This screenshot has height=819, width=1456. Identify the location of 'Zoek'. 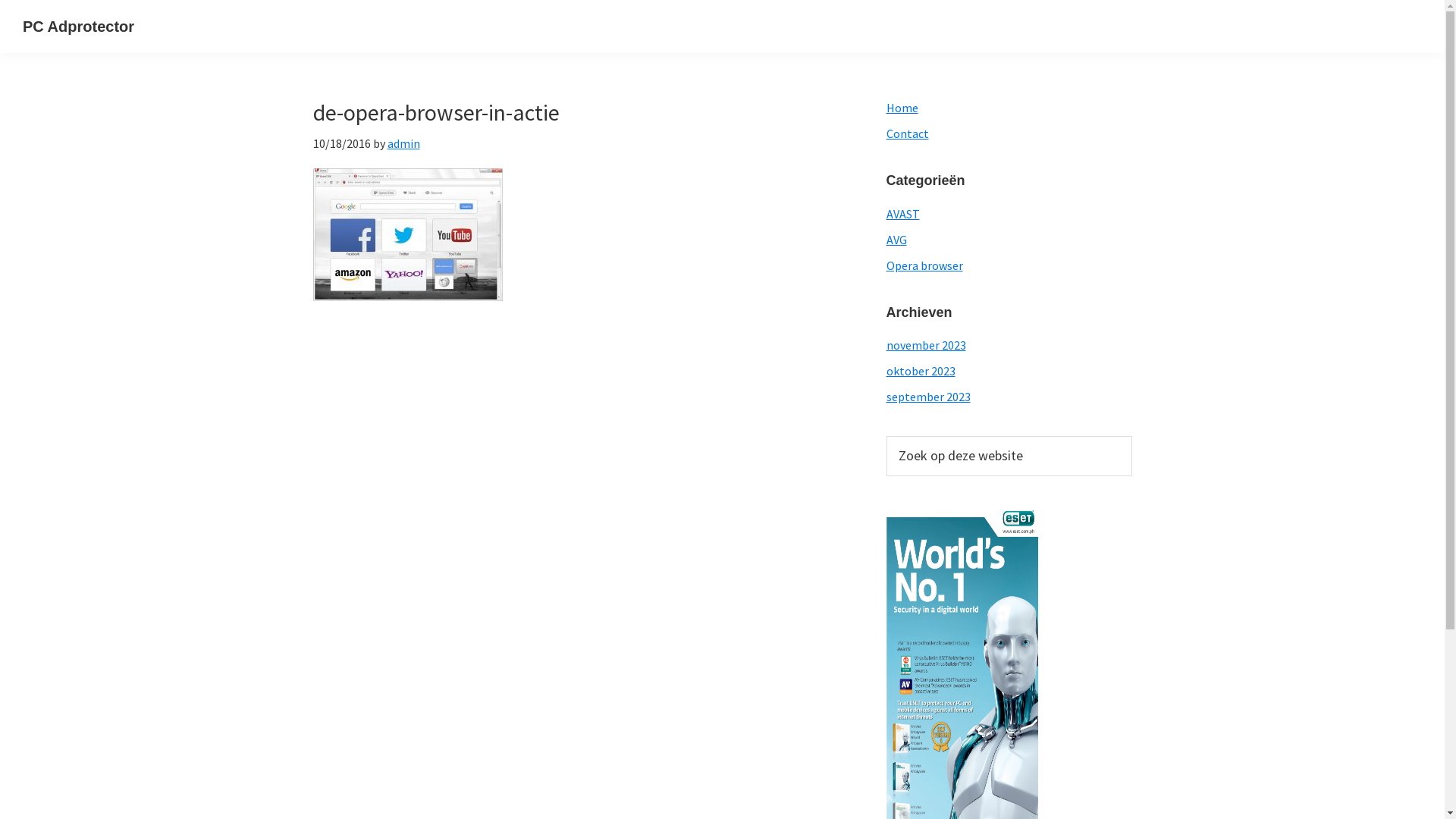
(1131, 435).